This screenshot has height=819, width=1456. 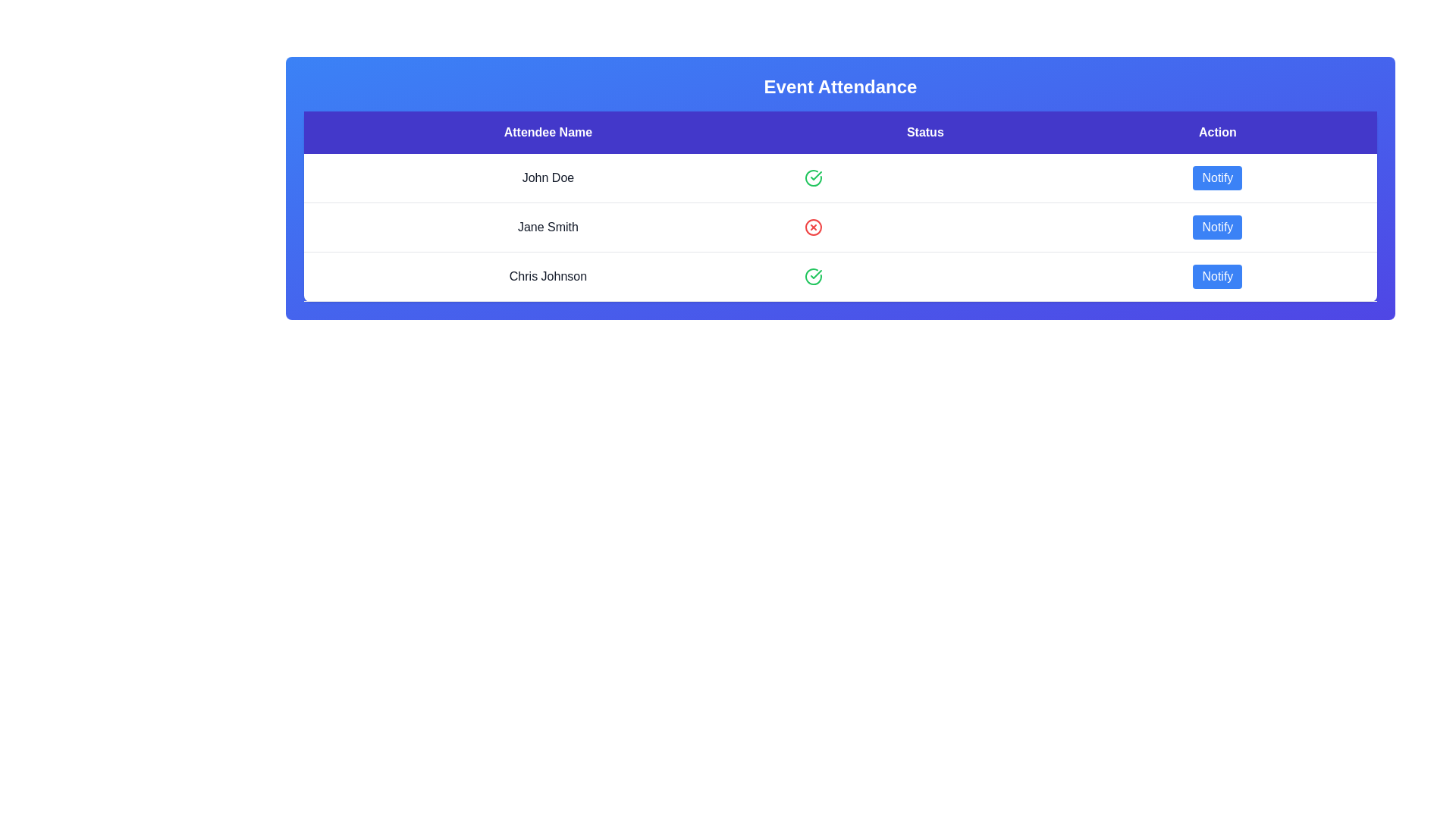 What do you see at coordinates (547, 277) in the screenshot?
I see `the attendee's name Chris Johnson to highlight it` at bounding box center [547, 277].